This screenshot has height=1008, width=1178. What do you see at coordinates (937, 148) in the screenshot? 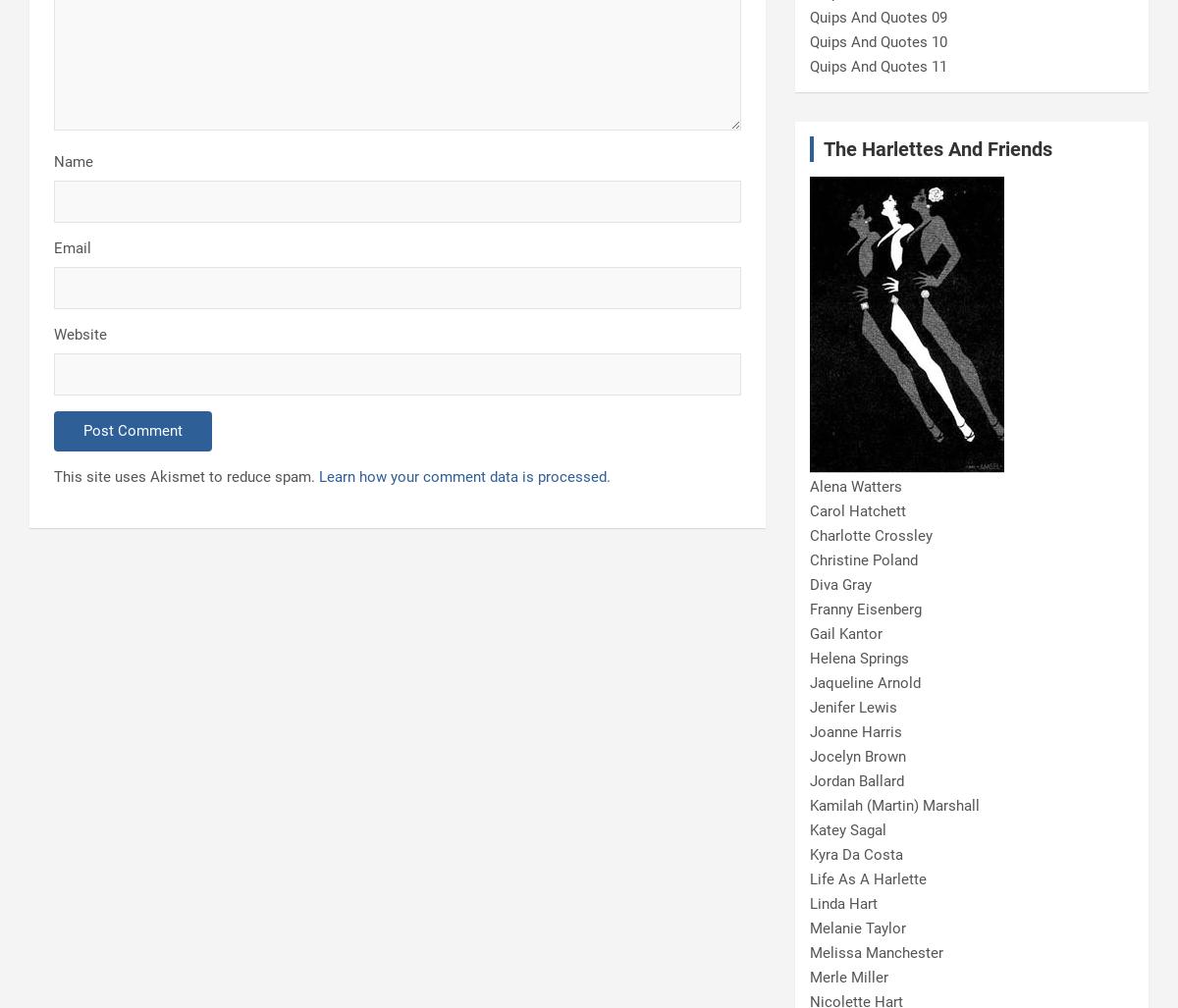
I see `'The Harlettes And Friends'` at bounding box center [937, 148].